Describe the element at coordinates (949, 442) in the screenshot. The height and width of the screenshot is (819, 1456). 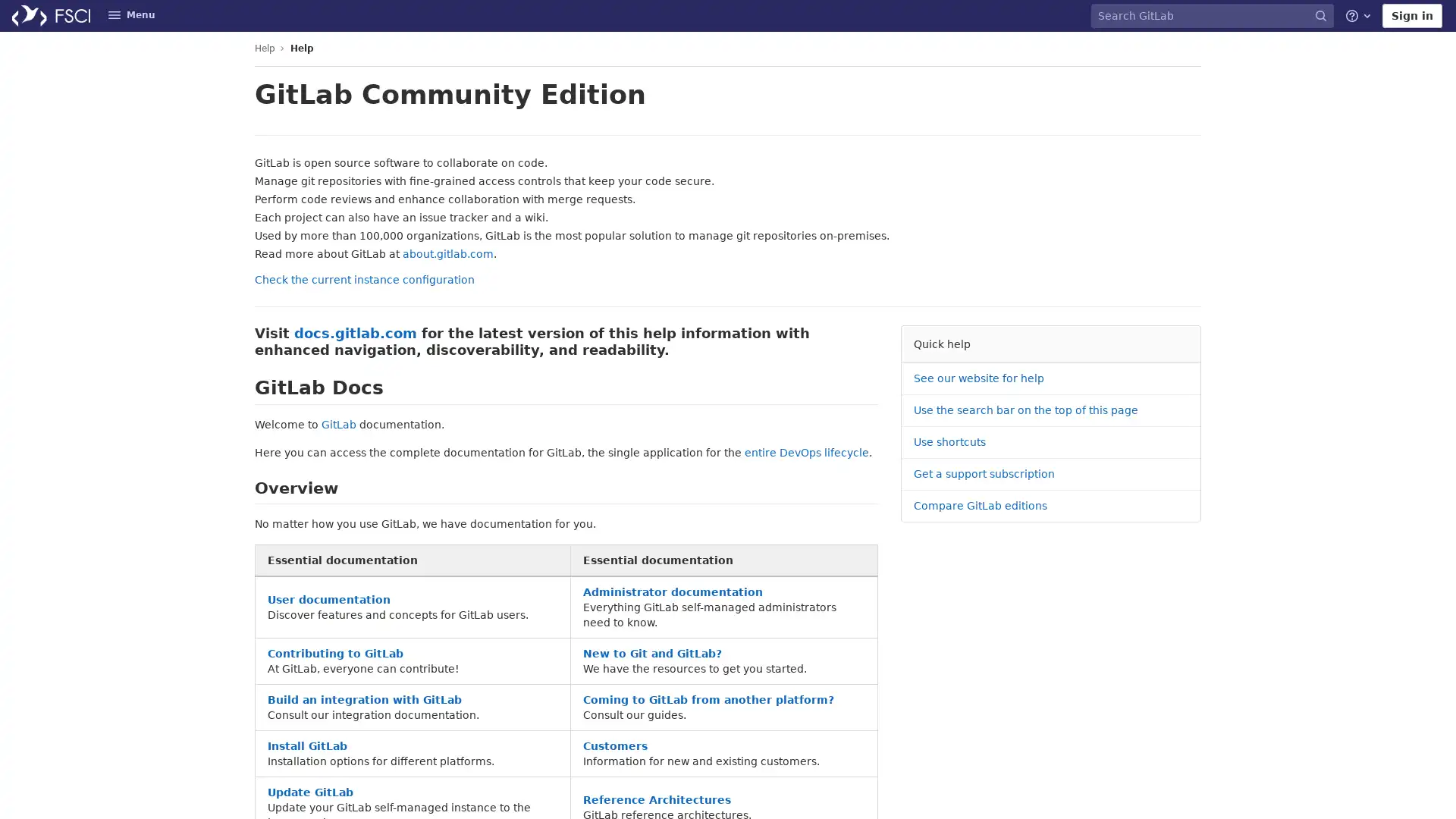
I see `Use shortcuts` at that location.